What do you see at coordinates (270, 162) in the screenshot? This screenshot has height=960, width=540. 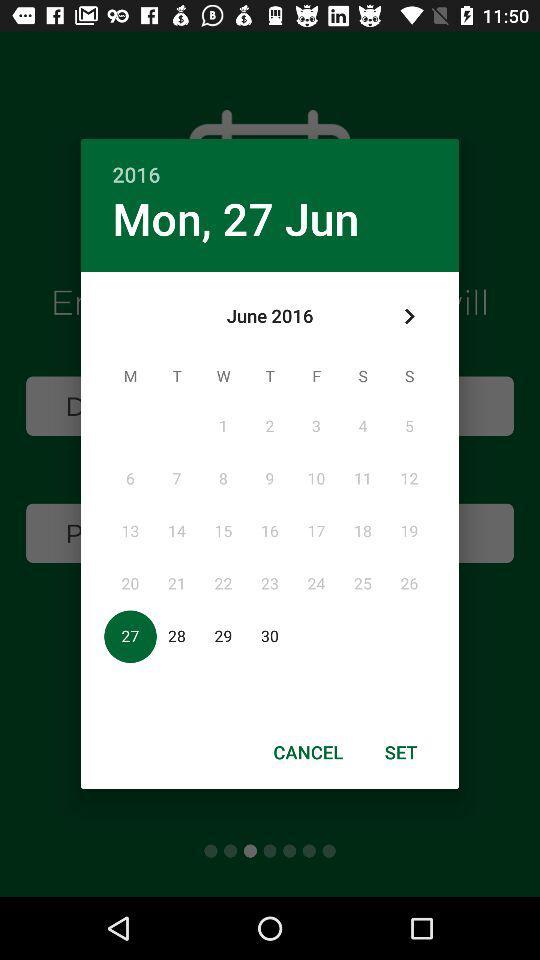 I see `the item above mon, 27 jun item` at bounding box center [270, 162].